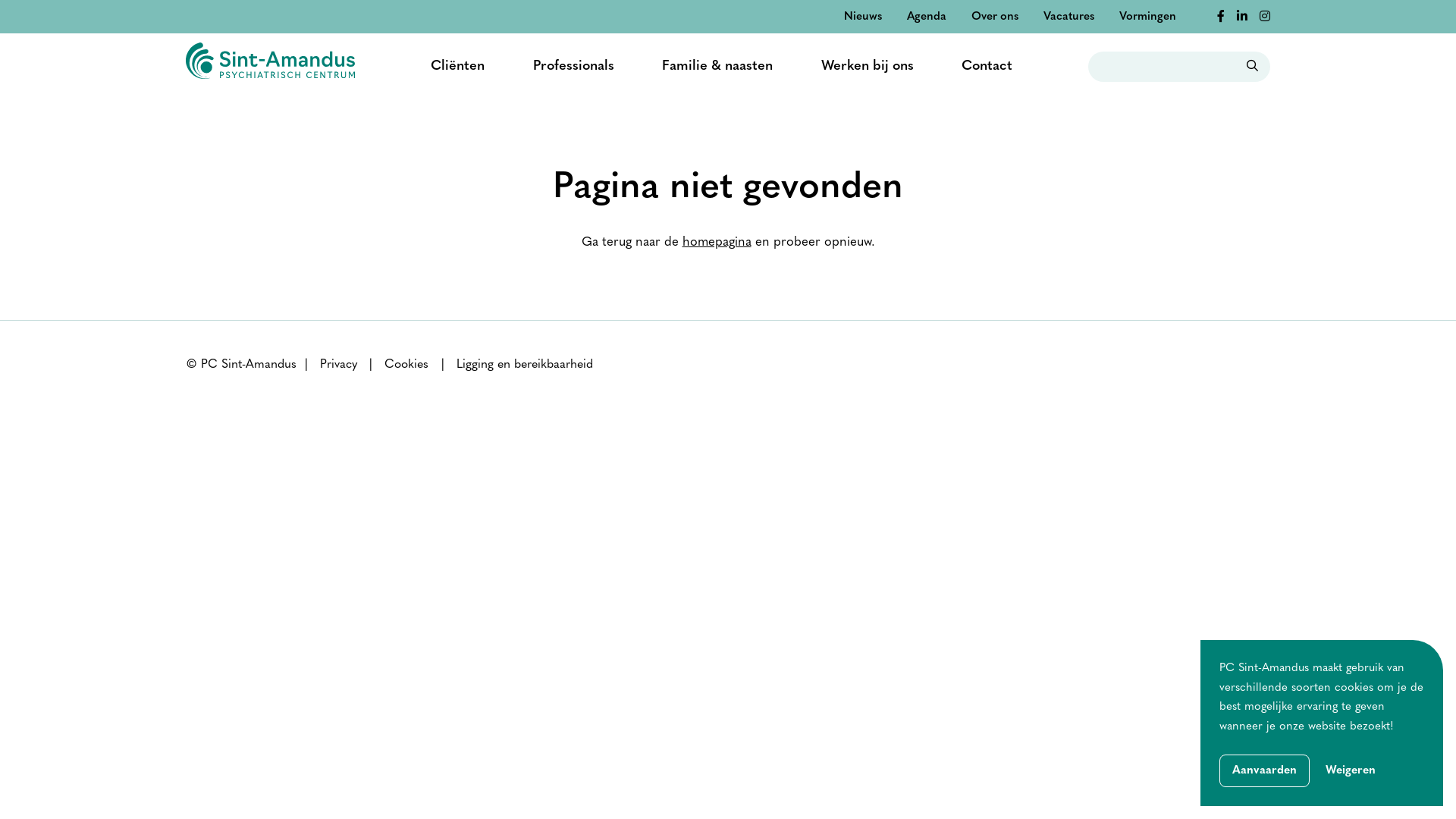 This screenshot has width=1456, height=819. Describe the element at coordinates (1350, 771) in the screenshot. I see `'Weigeren'` at that location.